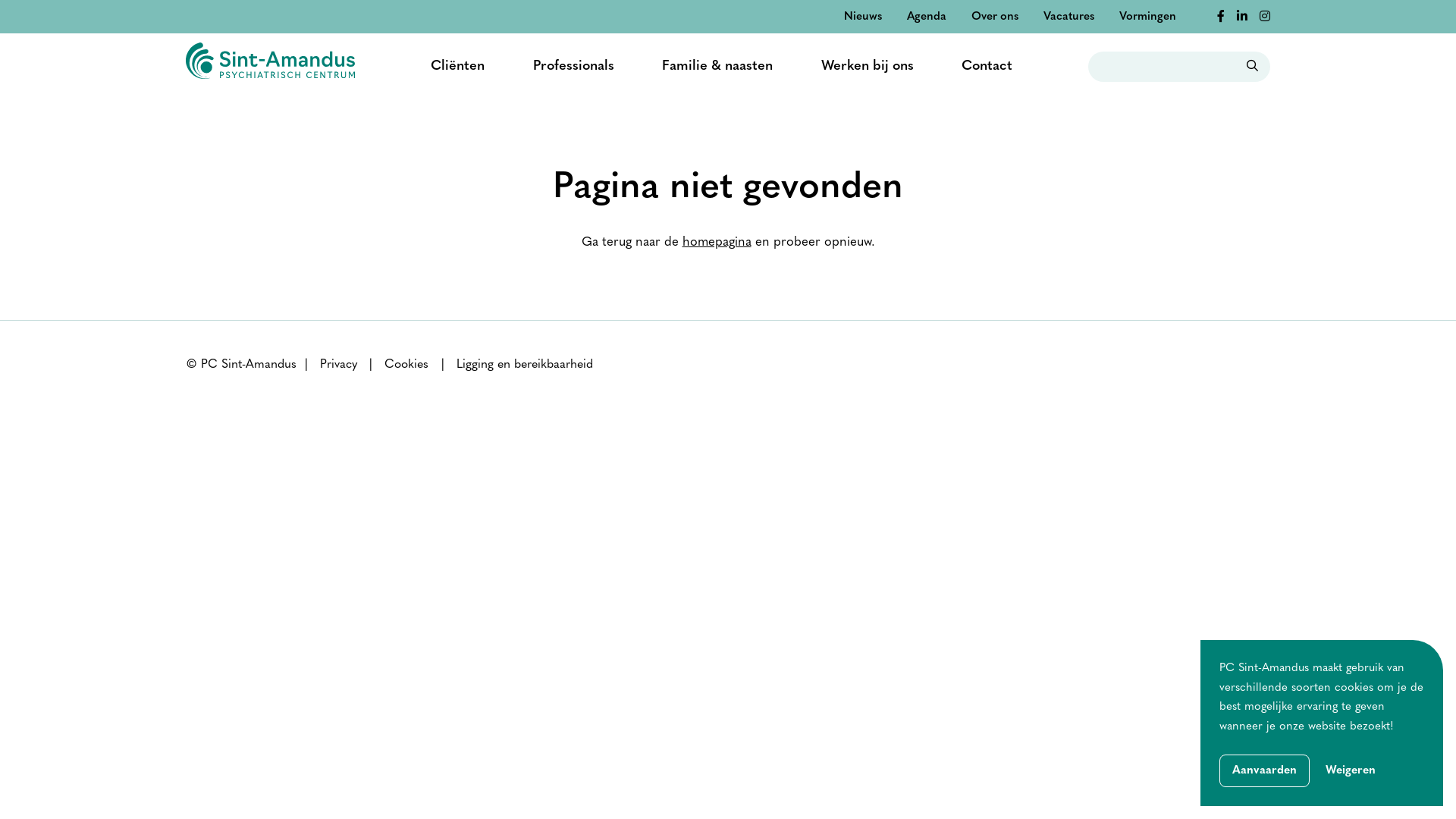 This screenshot has width=1456, height=819. Describe the element at coordinates (1350, 771) in the screenshot. I see `'Weigeren'` at that location.